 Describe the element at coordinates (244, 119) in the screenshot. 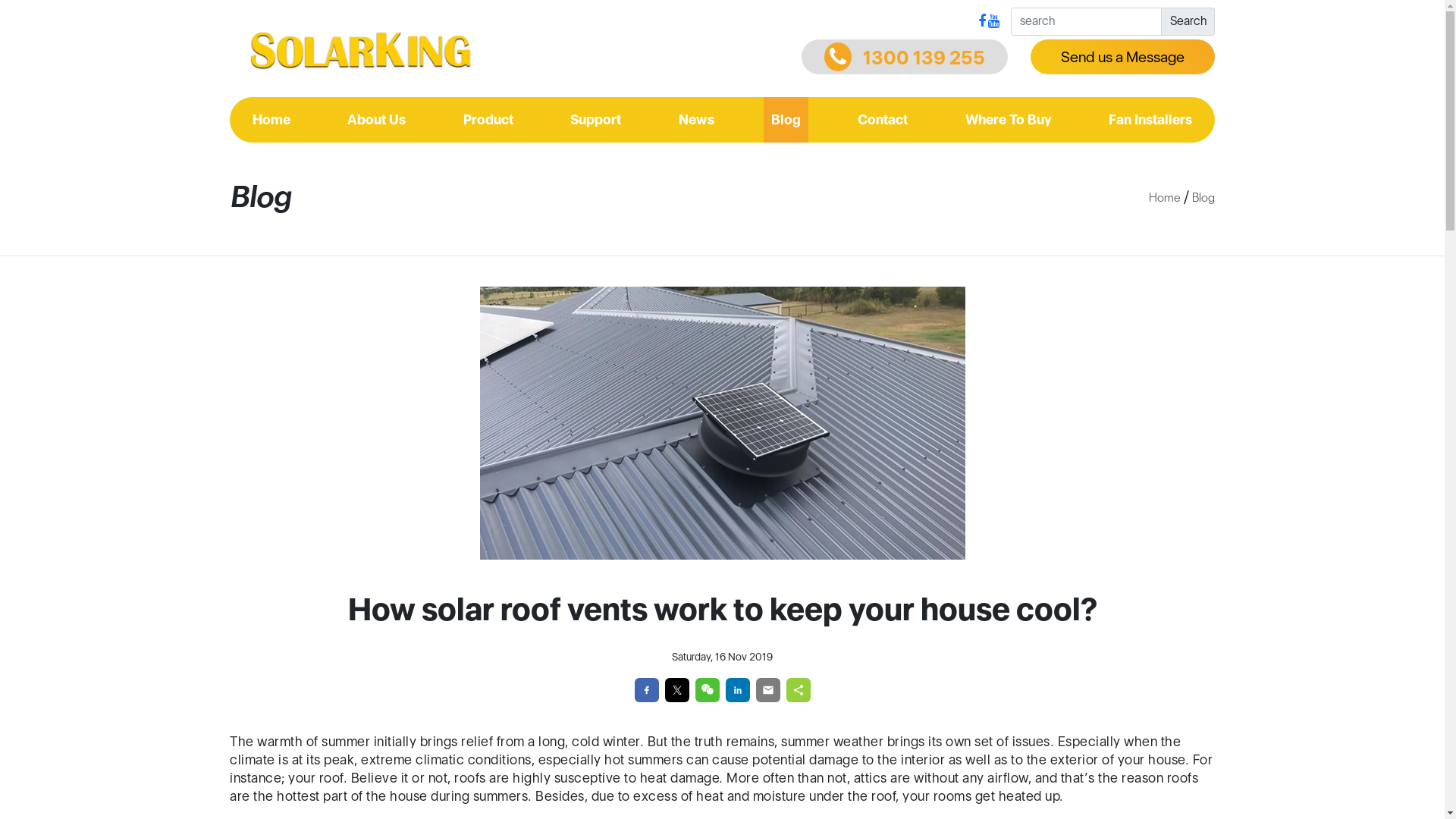

I see `'Home'` at that location.